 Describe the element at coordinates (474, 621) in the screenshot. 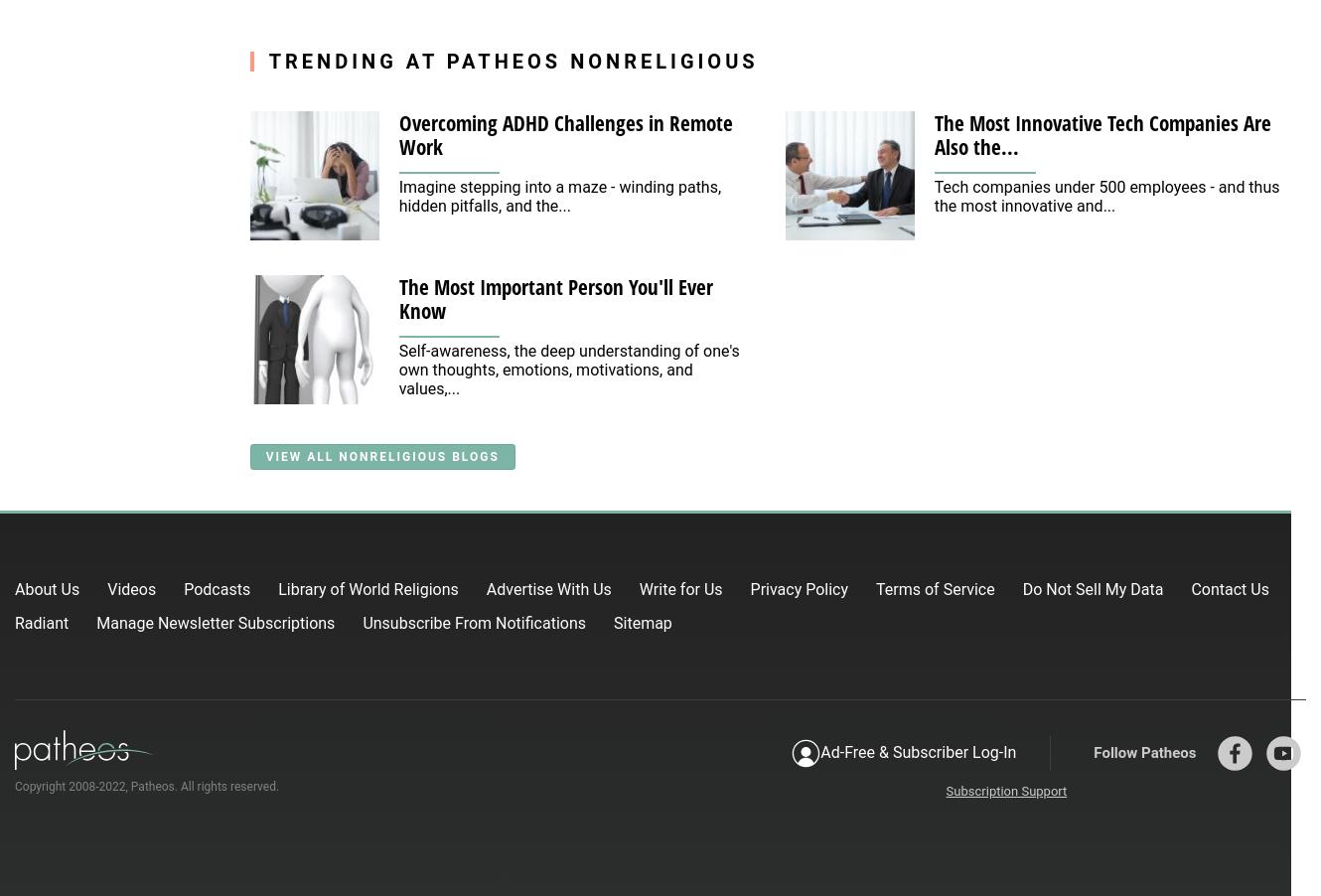

I see `'Unsubscribe From Notifications'` at that location.